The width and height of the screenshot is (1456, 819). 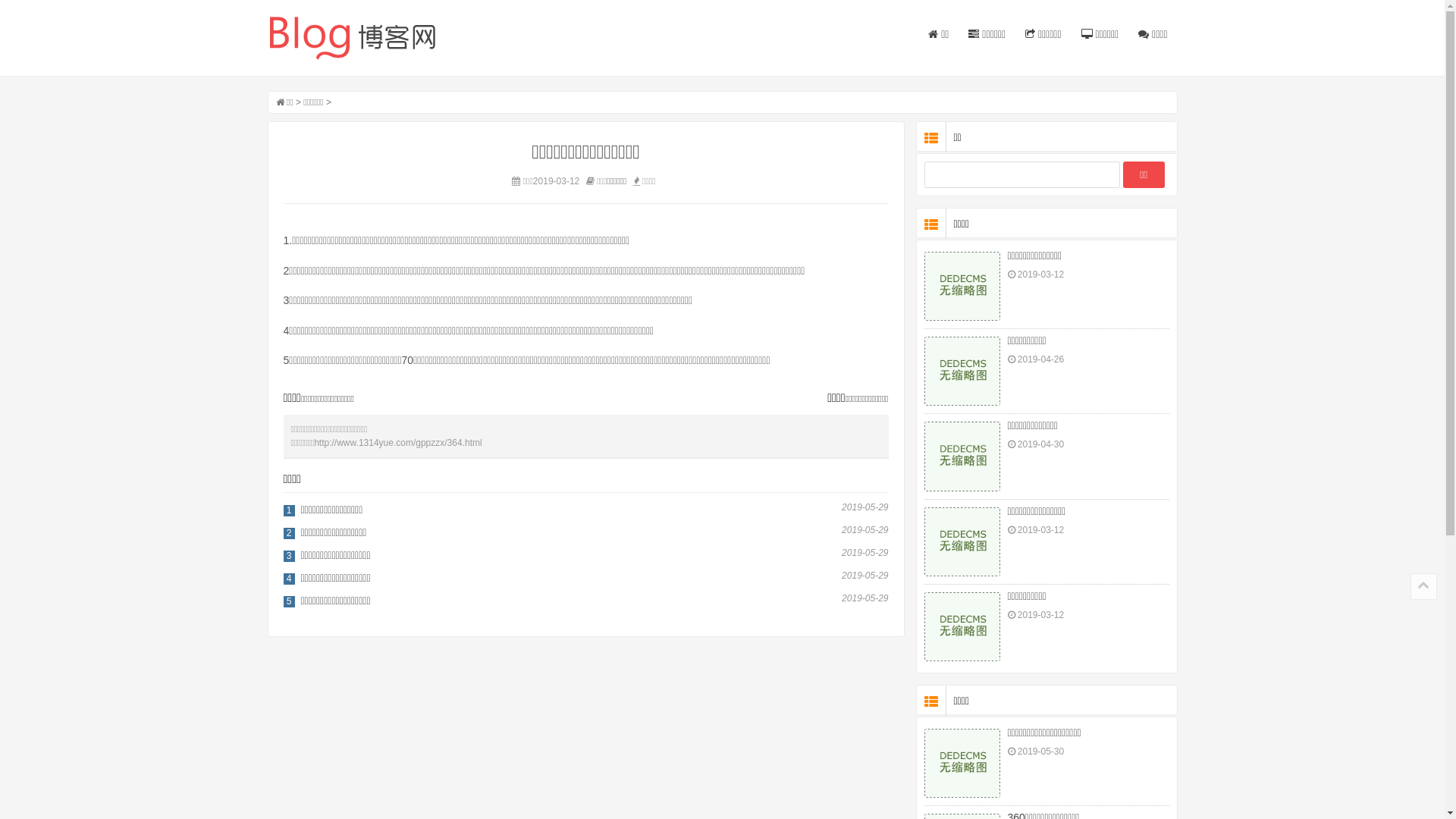 What do you see at coordinates (312, 441) in the screenshot?
I see `'http://www.1314yue.com/gppzzx/364.html'` at bounding box center [312, 441].